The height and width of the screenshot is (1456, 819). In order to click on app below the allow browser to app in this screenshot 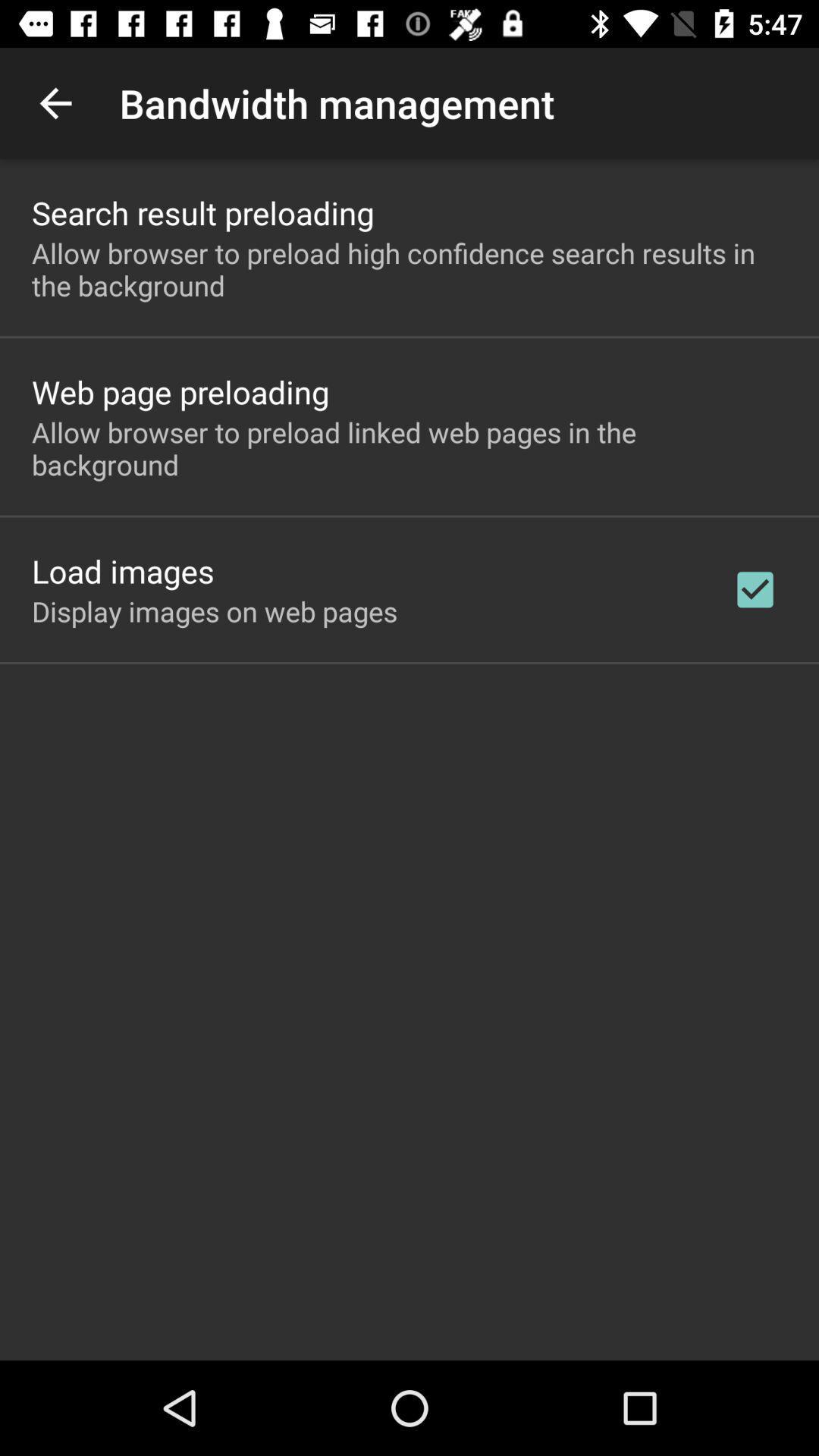, I will do `click(755, 588)`.